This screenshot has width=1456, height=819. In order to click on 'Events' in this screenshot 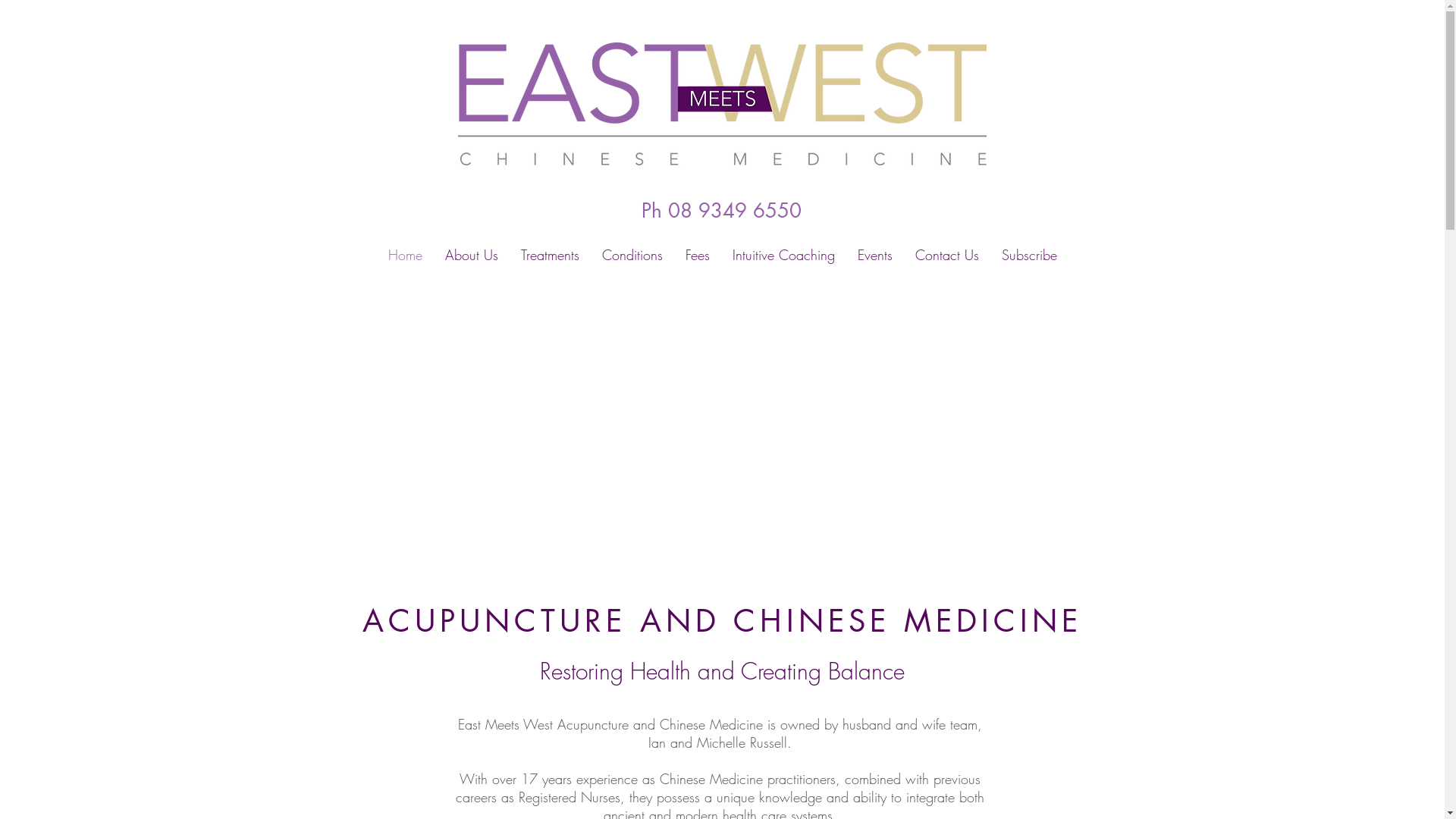, I will do `click(874, 253)`.